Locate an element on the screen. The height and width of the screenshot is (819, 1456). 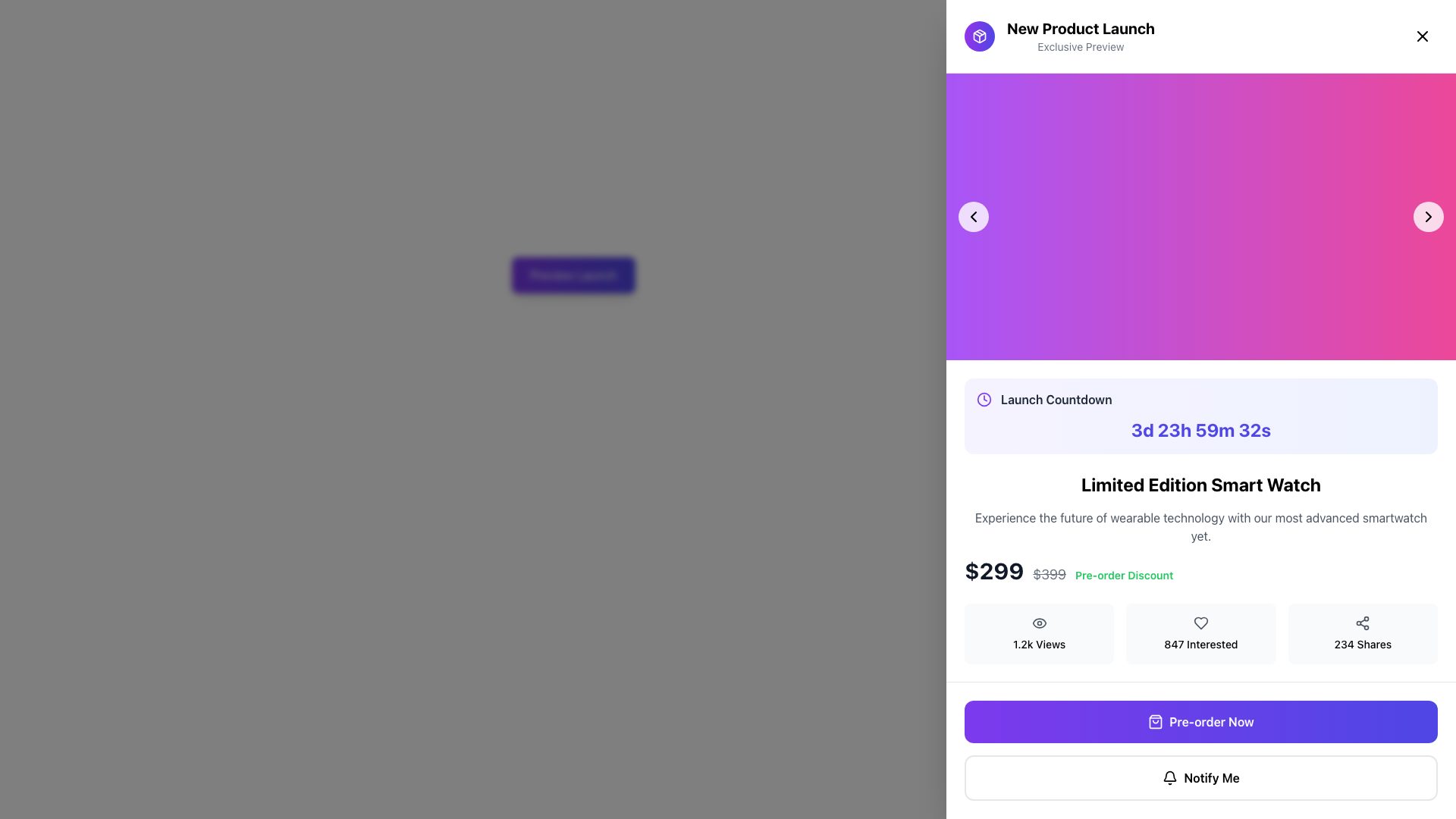
the total number of shares display located in the right-aligned card below the product description and above the 'Pre-order Now' button is located at coordinates (1363, 644).